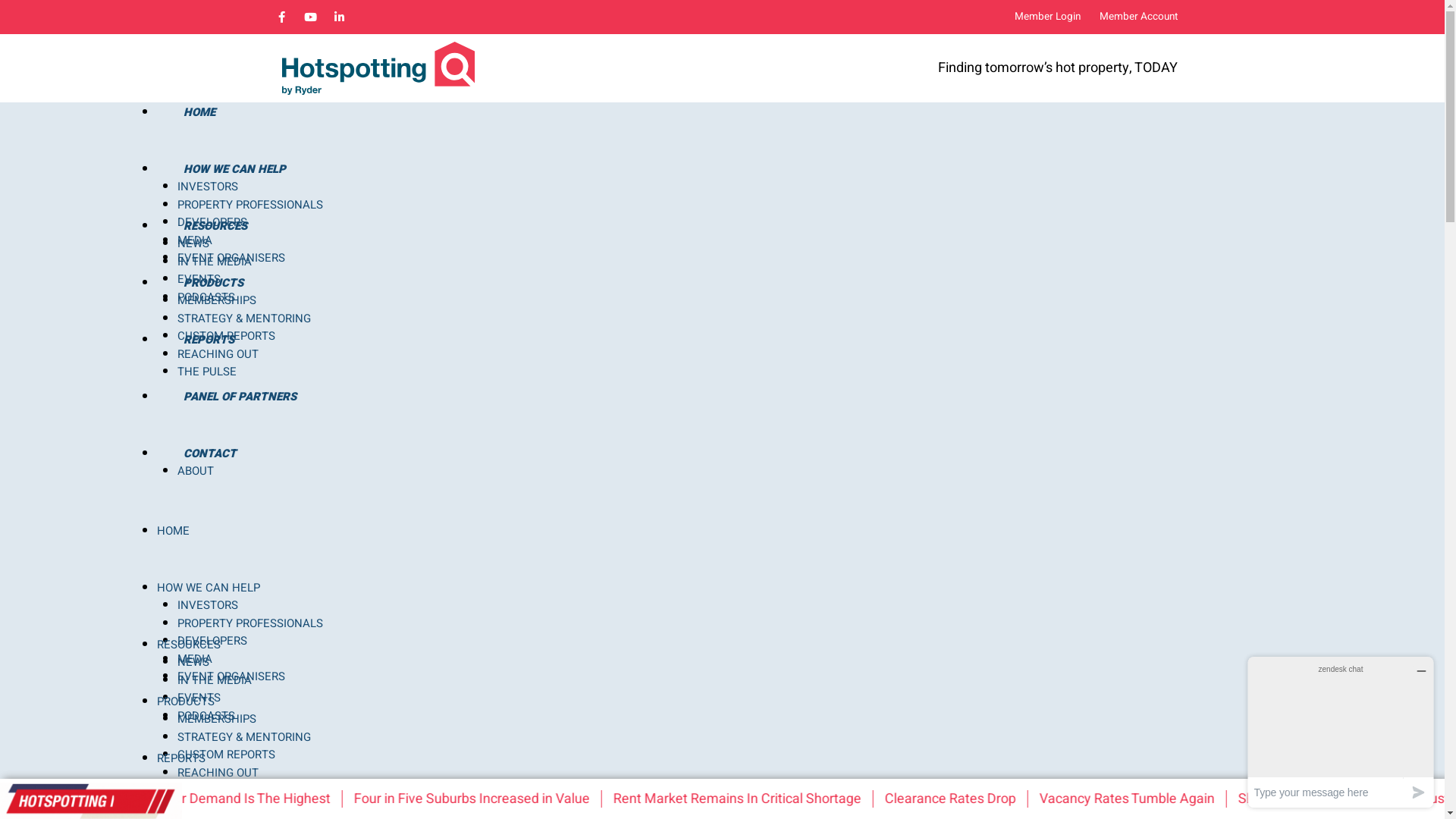 This screenshot has width=1456, height=819. What do you see at coordinates (632, 798) in the screenshot?
I see `'Rent Market Remains In Critical Shortage'` at bounding box center [632, 798].